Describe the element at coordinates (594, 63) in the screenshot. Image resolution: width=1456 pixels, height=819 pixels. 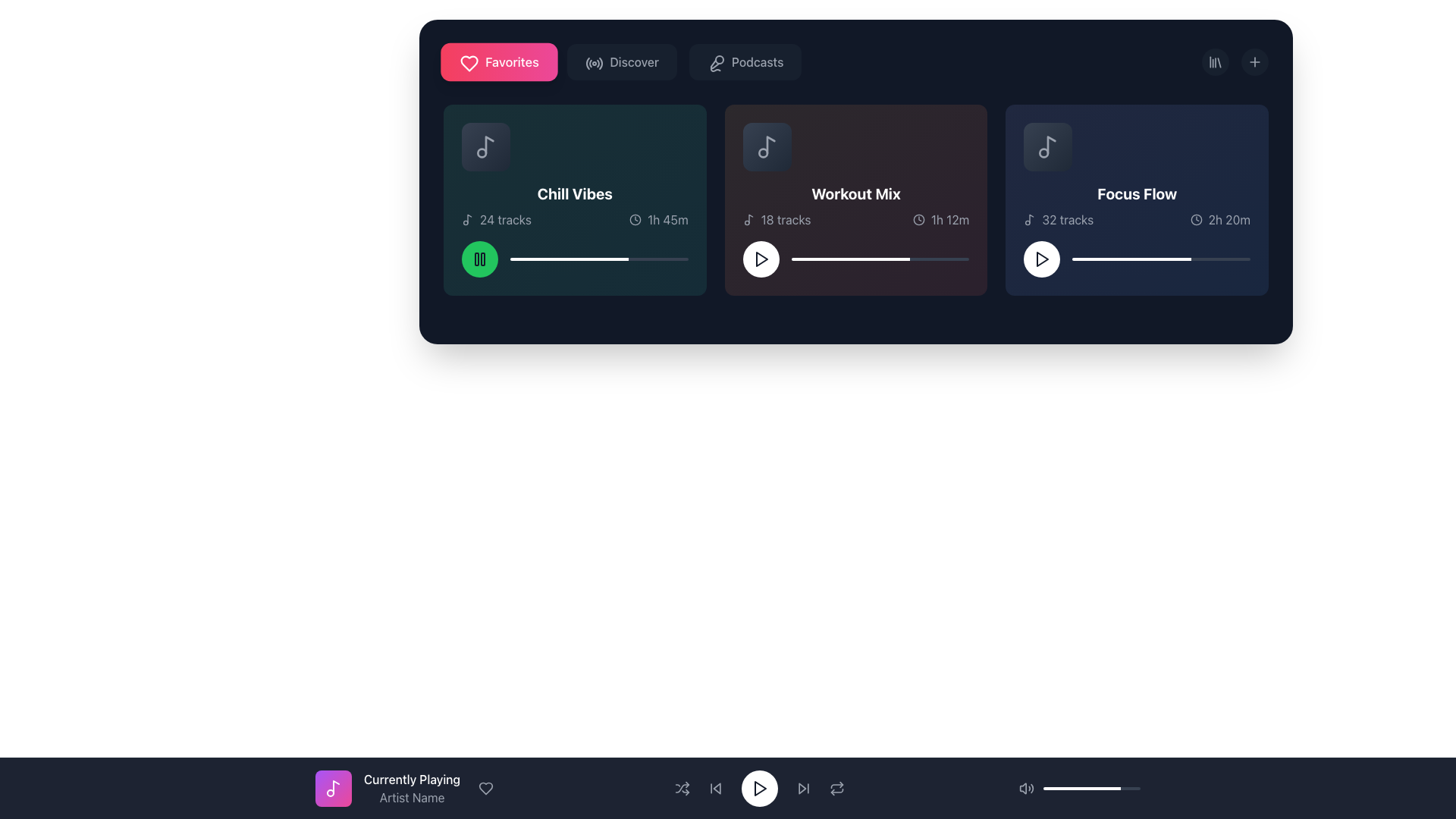
I see `the second circular icon in the navigation bar, which resembles a radio wave symbol` at that location.